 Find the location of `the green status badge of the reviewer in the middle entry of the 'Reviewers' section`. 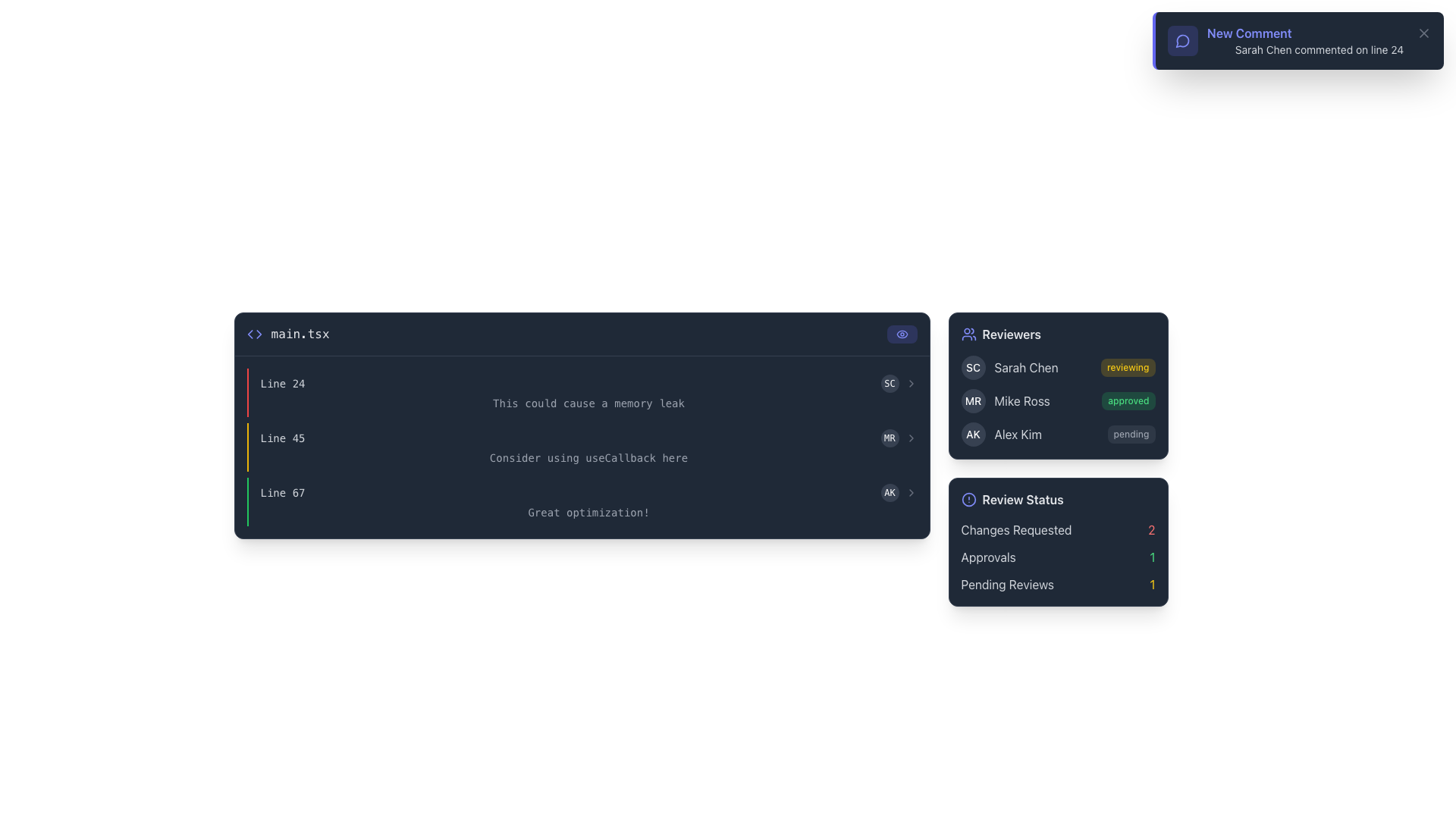

the green status badge of the reviewer in the middle entry of the 'Reviewers' section is located at coordinates (1057, 400).